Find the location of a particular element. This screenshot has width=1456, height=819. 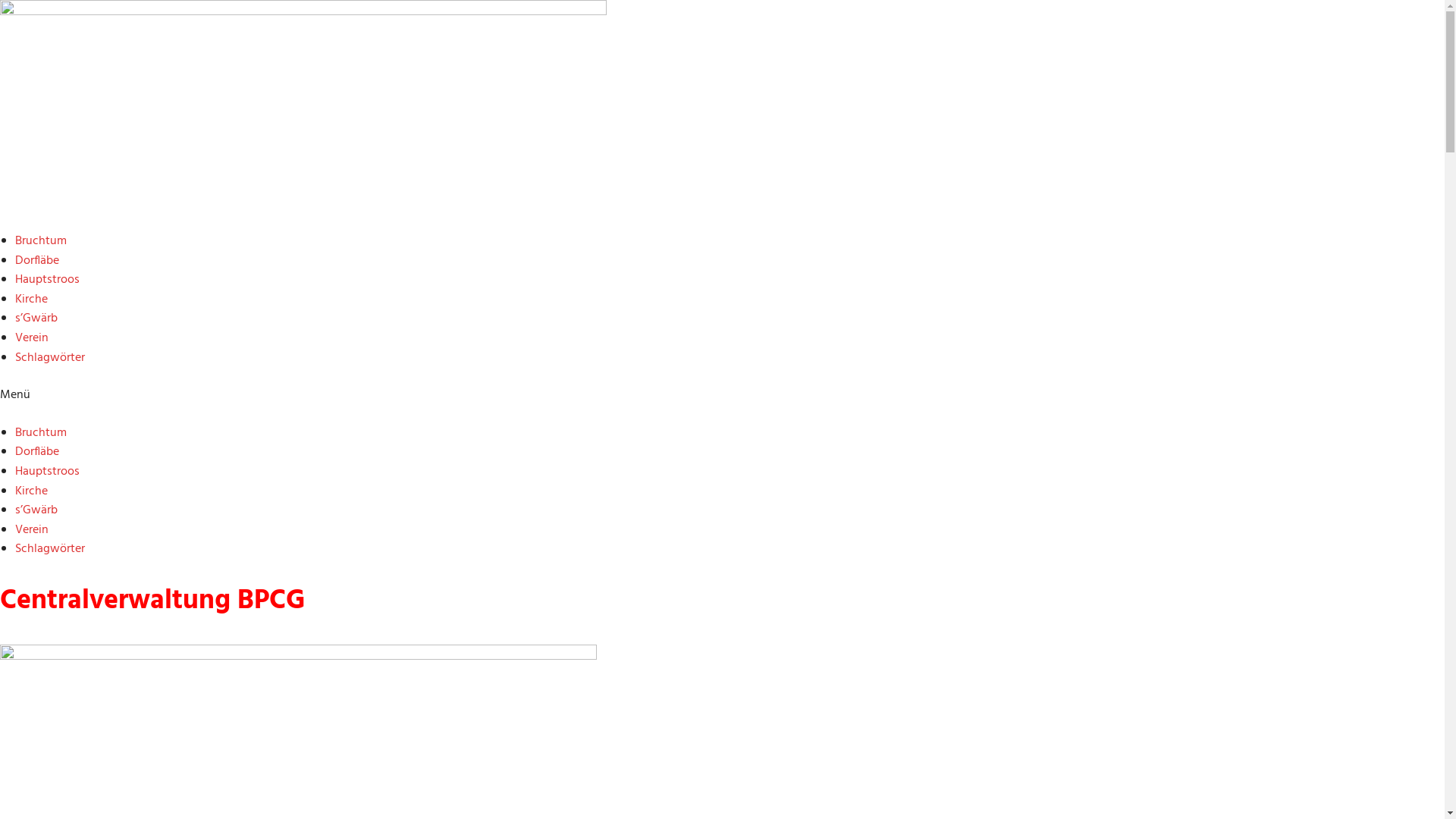

'Bruchtum' is located at coordinates (40, 240).